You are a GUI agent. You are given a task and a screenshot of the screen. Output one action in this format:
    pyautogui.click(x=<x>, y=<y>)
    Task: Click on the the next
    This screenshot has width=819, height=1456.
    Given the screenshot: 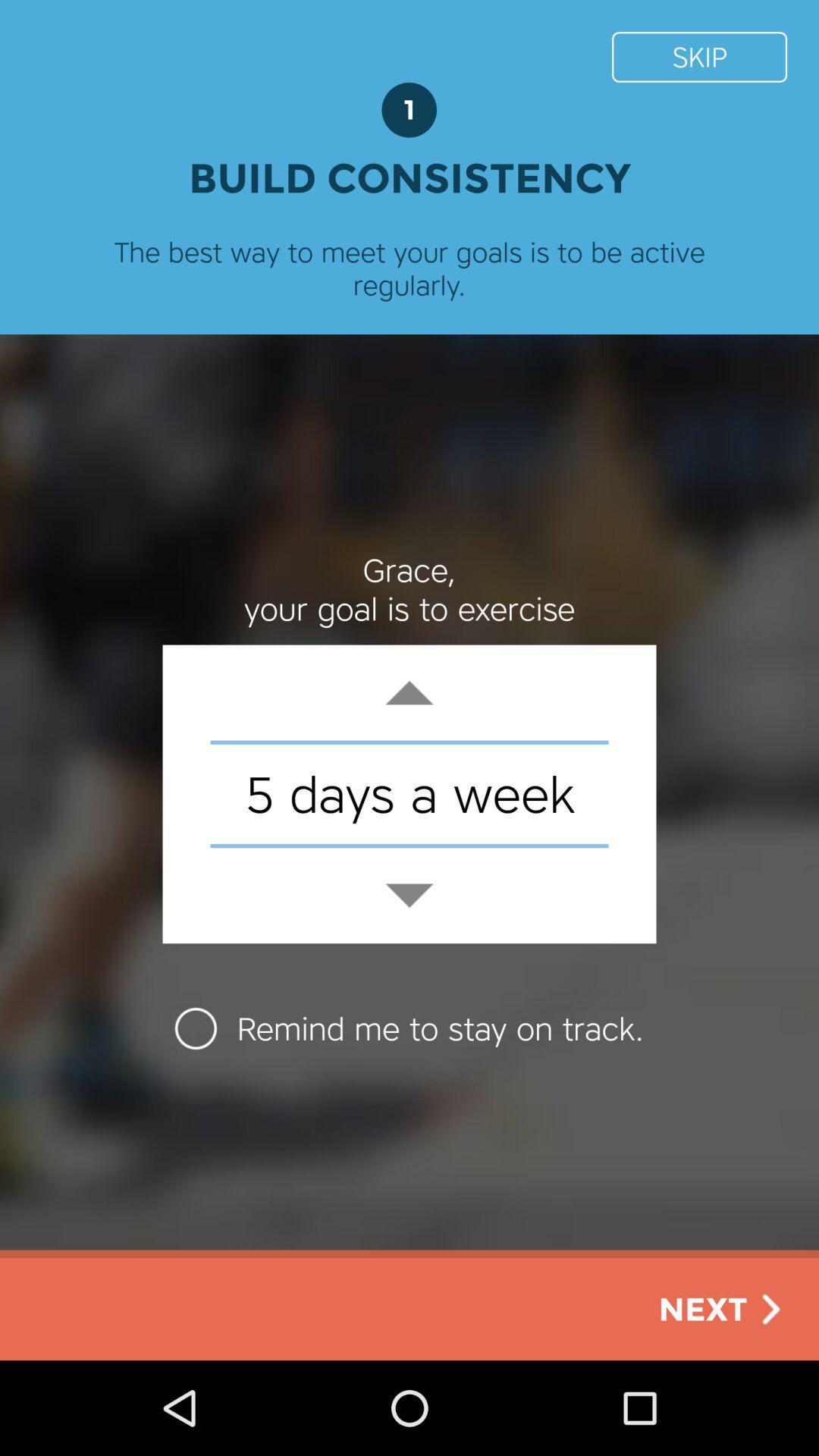 What is the action you would take?
    pyautogui.click(x=722, y=1308)
    